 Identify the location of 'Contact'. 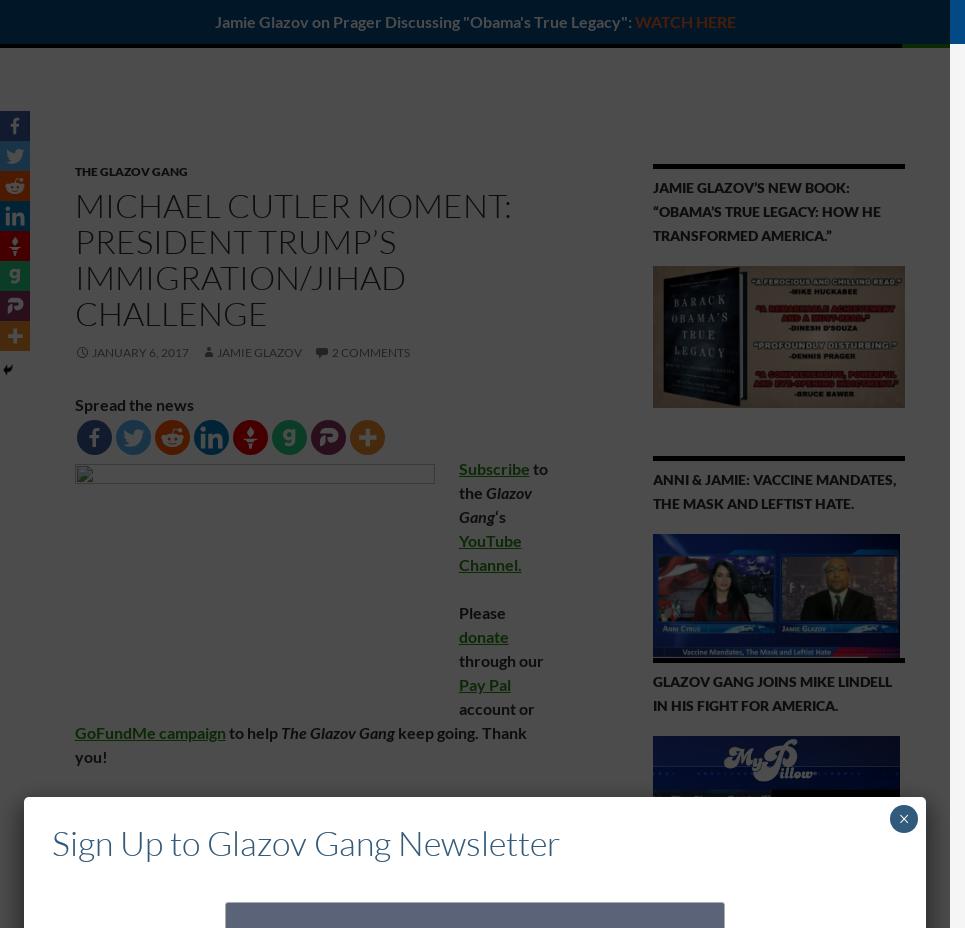
(800, 22).